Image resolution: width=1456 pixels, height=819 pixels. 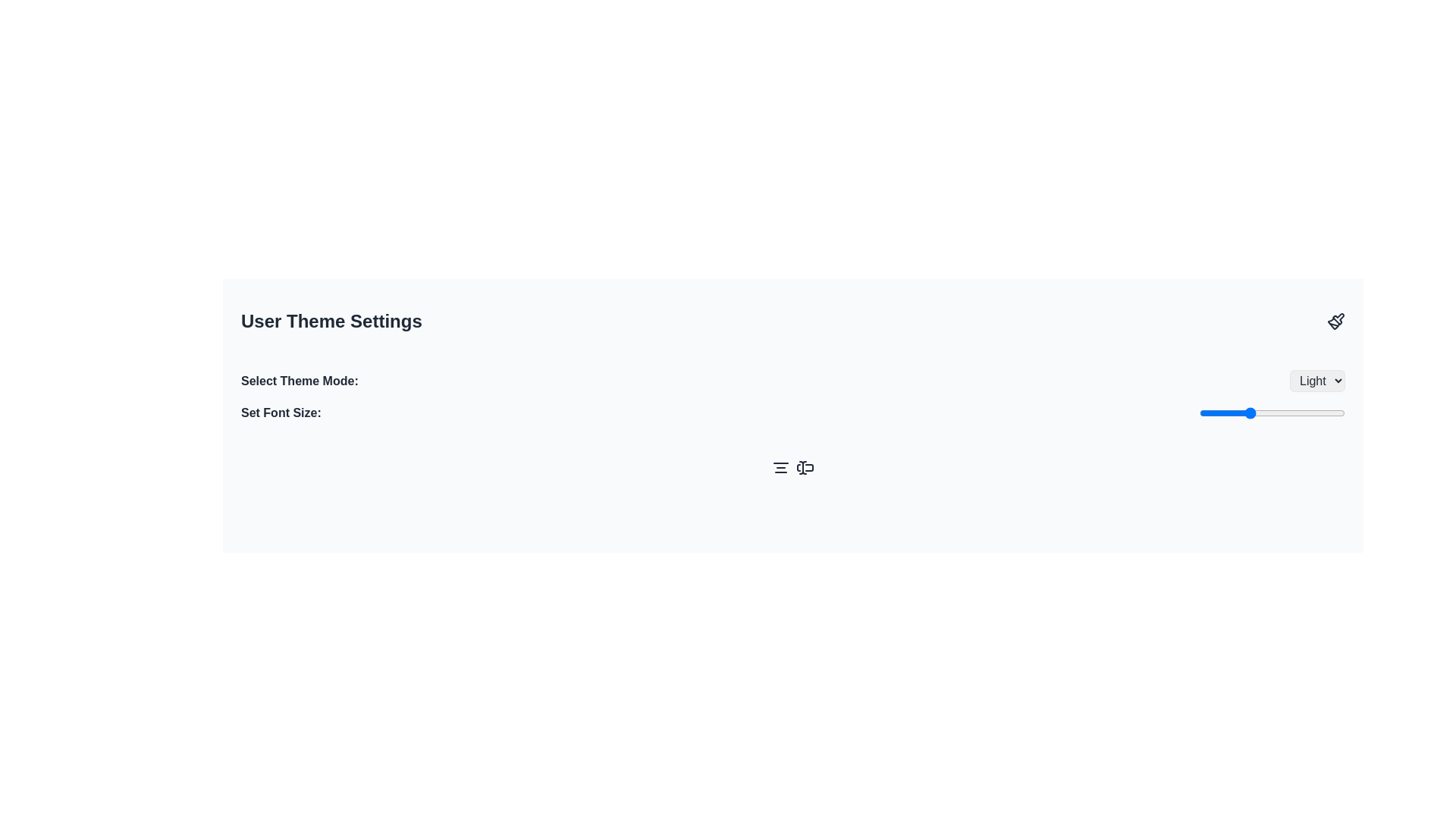 I want to click on the dropdown menu displaying 'Light', so click(x=1316, y=380).